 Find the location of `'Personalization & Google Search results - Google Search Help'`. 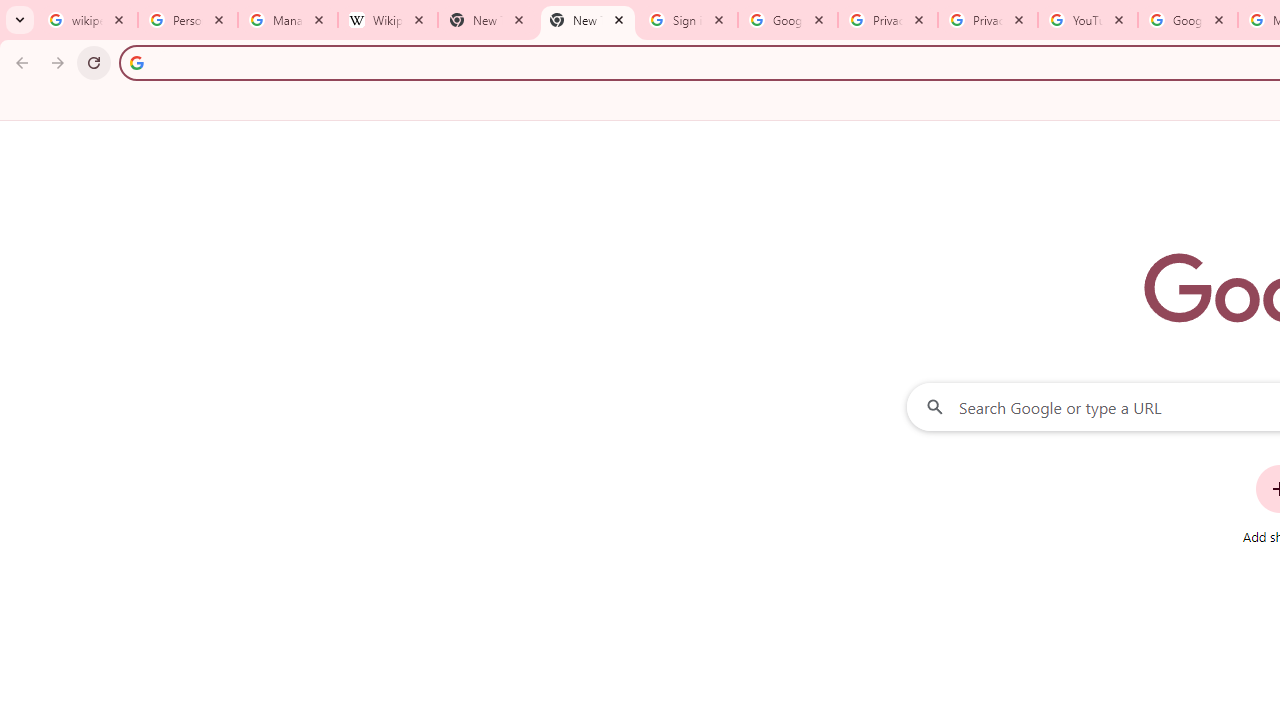

'Personalization & Google Search results - Google Search Help' is located at coordinates (188, 20).